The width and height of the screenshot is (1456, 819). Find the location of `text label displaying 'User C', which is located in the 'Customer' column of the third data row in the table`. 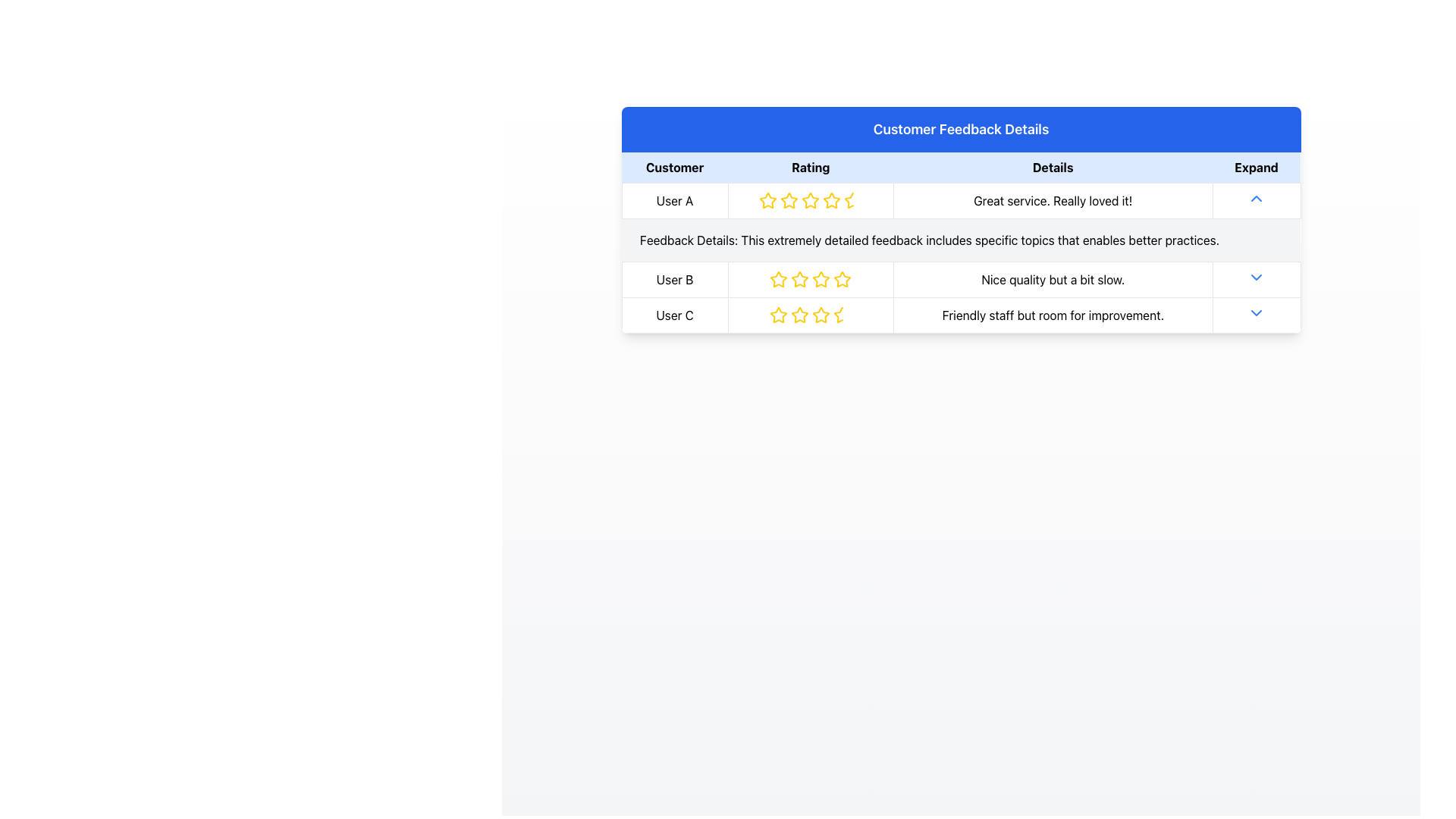

text label displaying 'User C', which is located in the 'Customer' column of the third data row in the table is located at coordinates (674, 315).